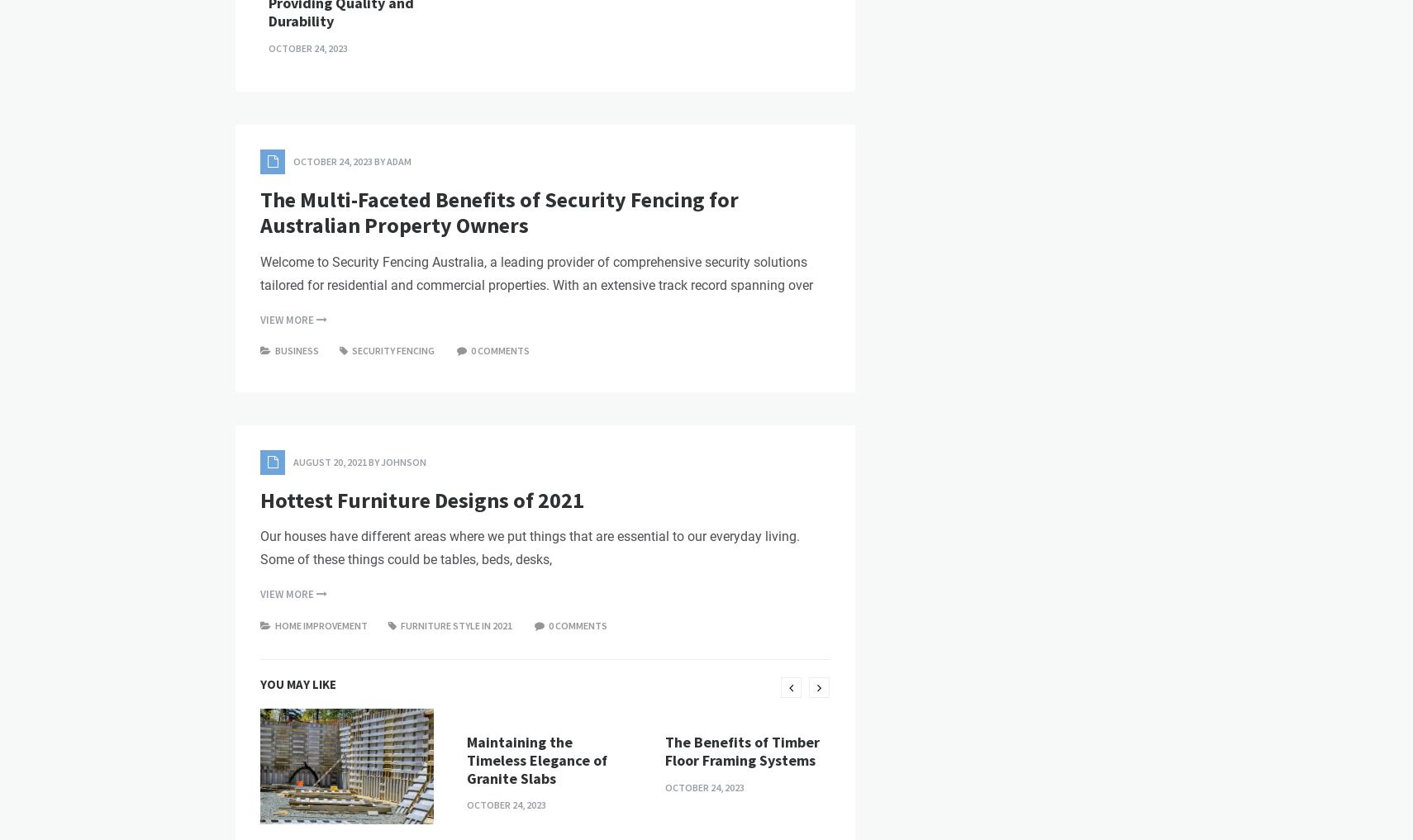  What do you see at coordinates (296, 632) in the screenshot?
I see `'Business'` at bounding box center [296, 632].